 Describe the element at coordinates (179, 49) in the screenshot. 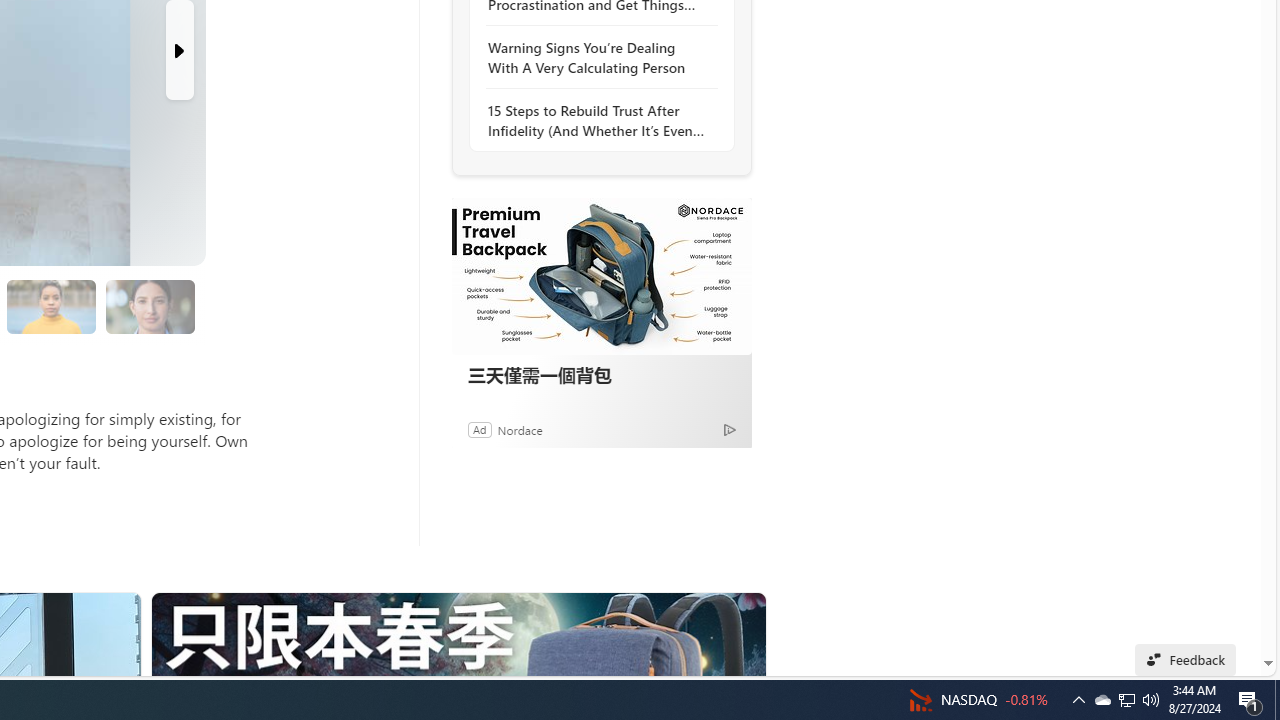

I see `'Next Slide'` at that location.